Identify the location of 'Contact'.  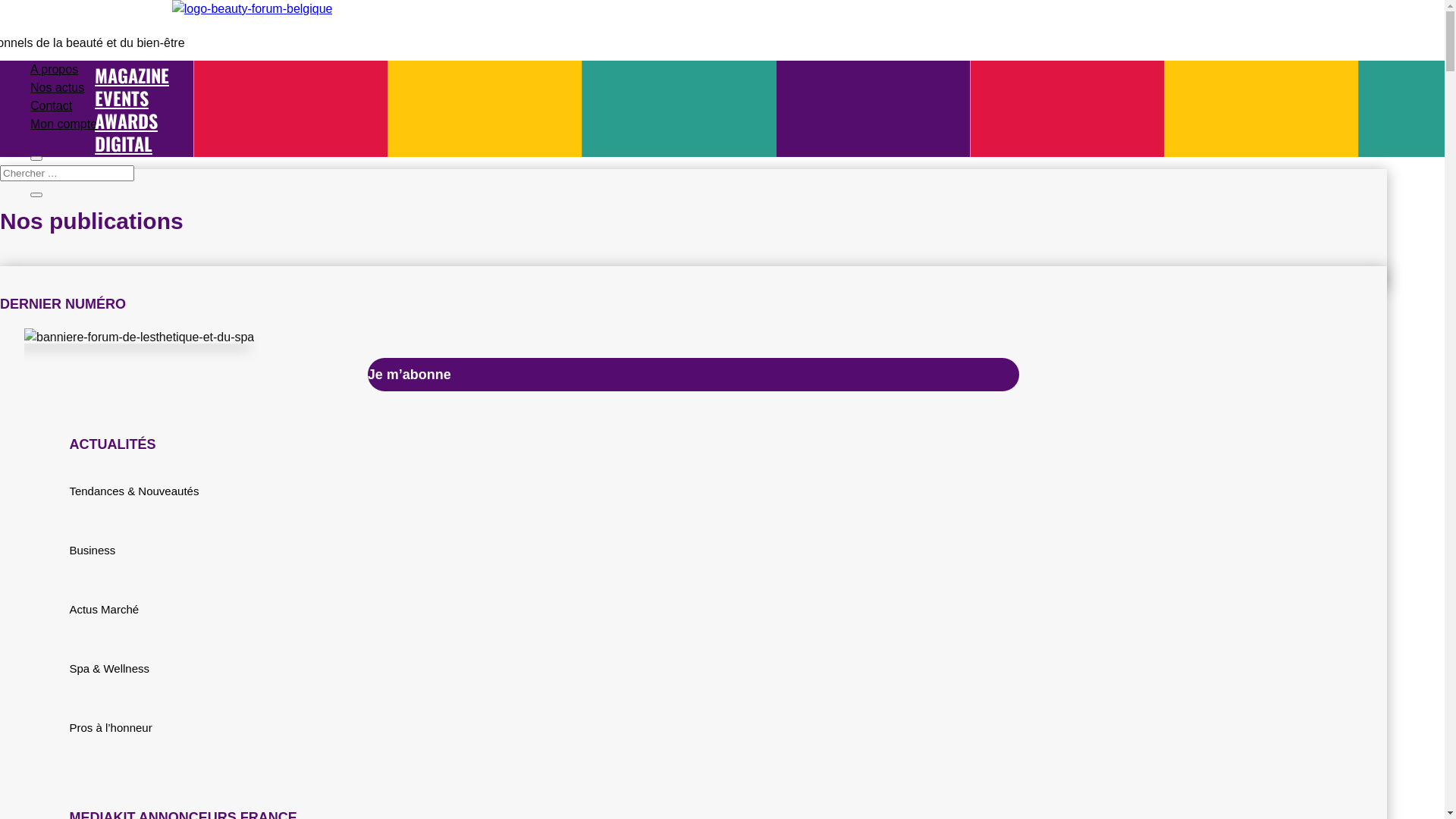
(30, 105).